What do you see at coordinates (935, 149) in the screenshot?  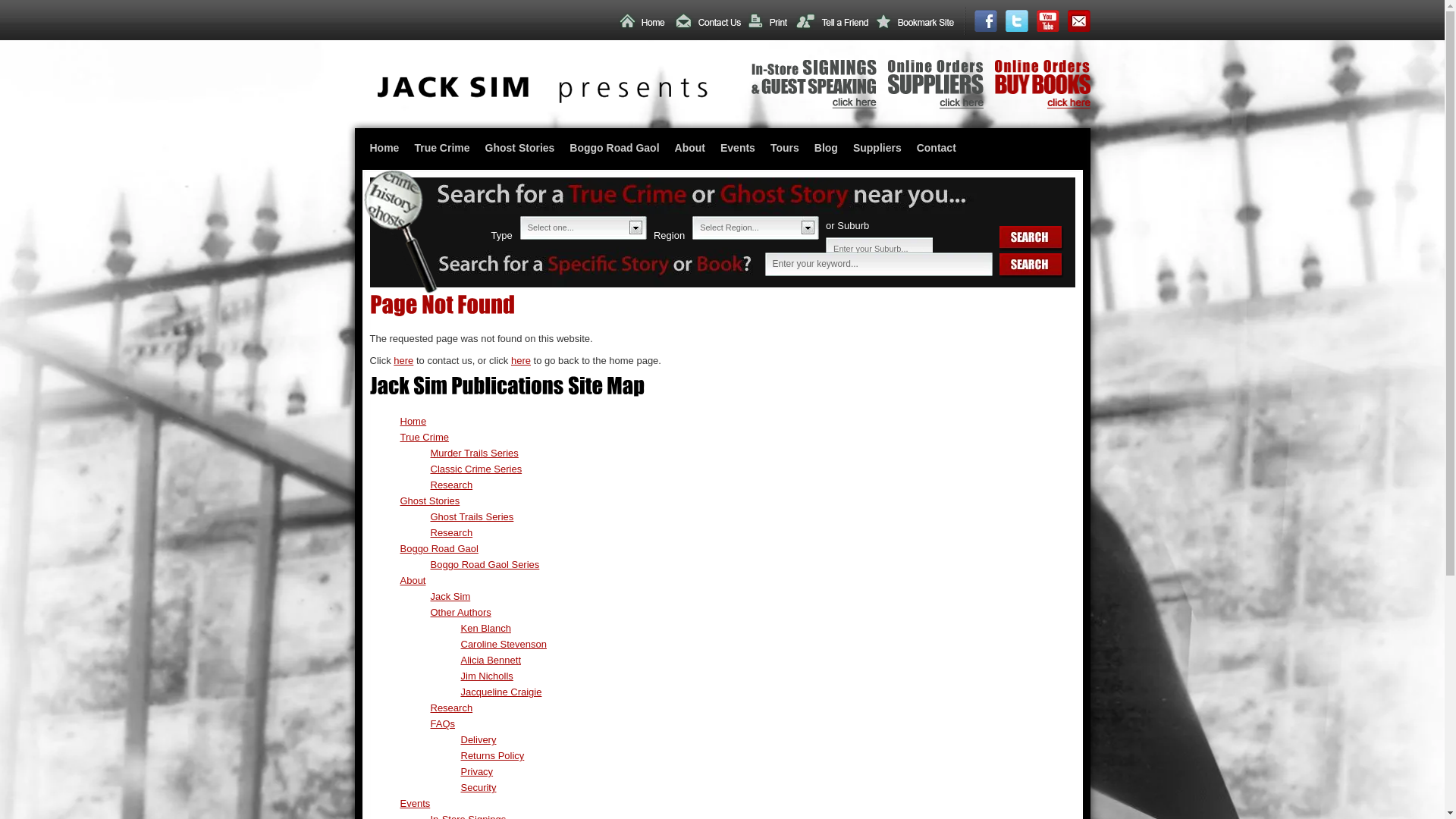 I see `'Contact'` at bounding box center [935, 149].